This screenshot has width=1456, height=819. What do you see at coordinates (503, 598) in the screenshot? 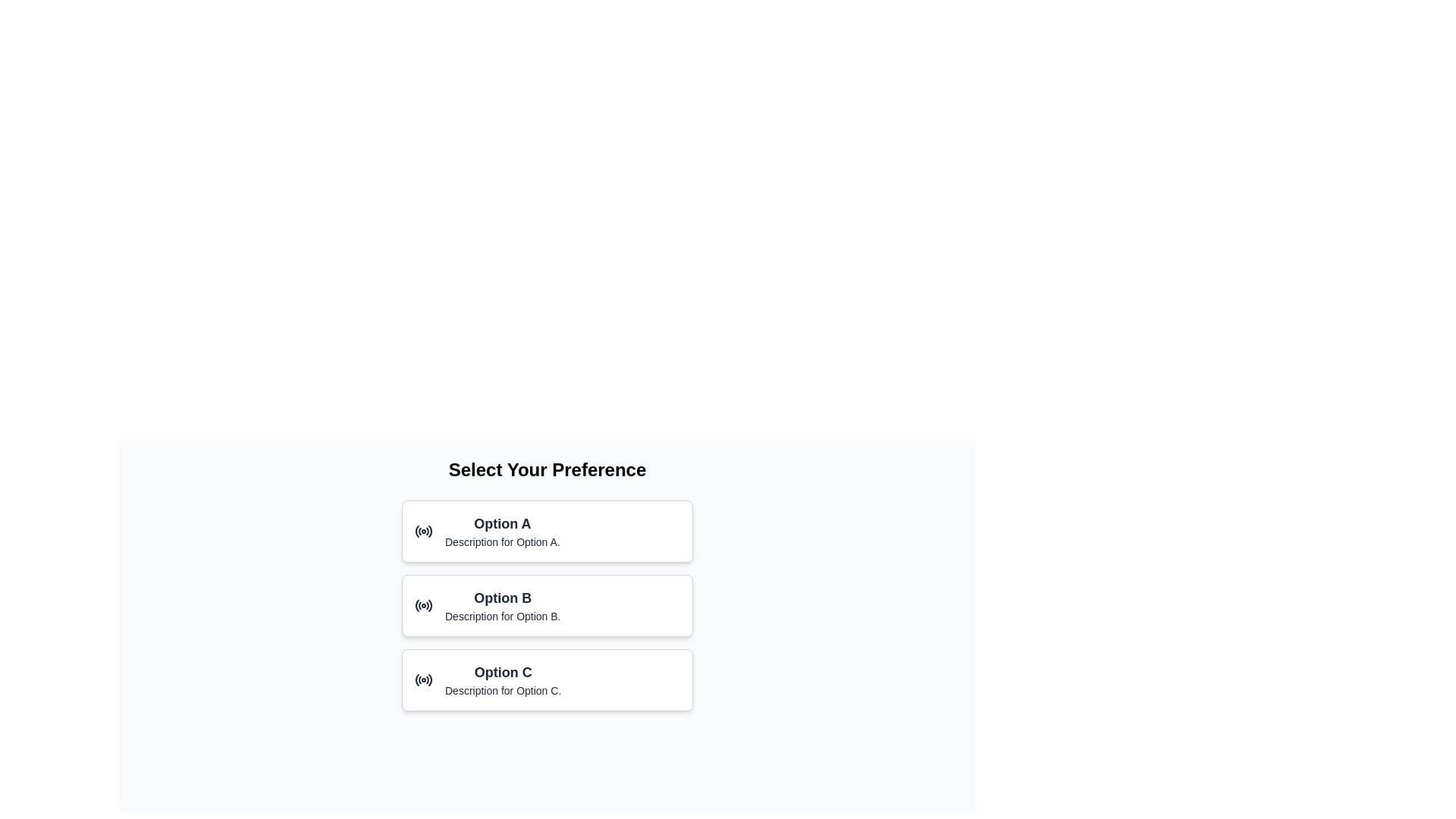
I see `the 'Option B' text label, which is styled in bold and larger font, located in the middle of the vertically stacked list of options, directly below 'Option A' and above 'Option C'` at bounding box center [503, 598].